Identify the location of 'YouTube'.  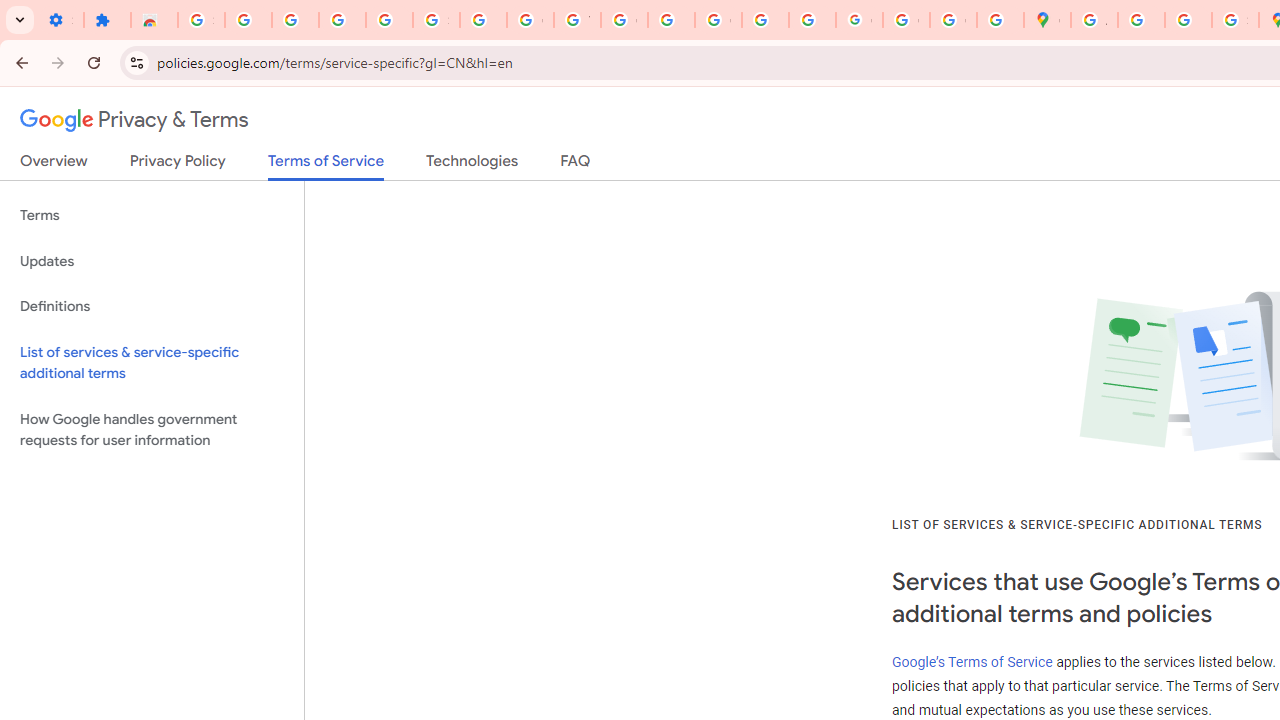
(576, 20).